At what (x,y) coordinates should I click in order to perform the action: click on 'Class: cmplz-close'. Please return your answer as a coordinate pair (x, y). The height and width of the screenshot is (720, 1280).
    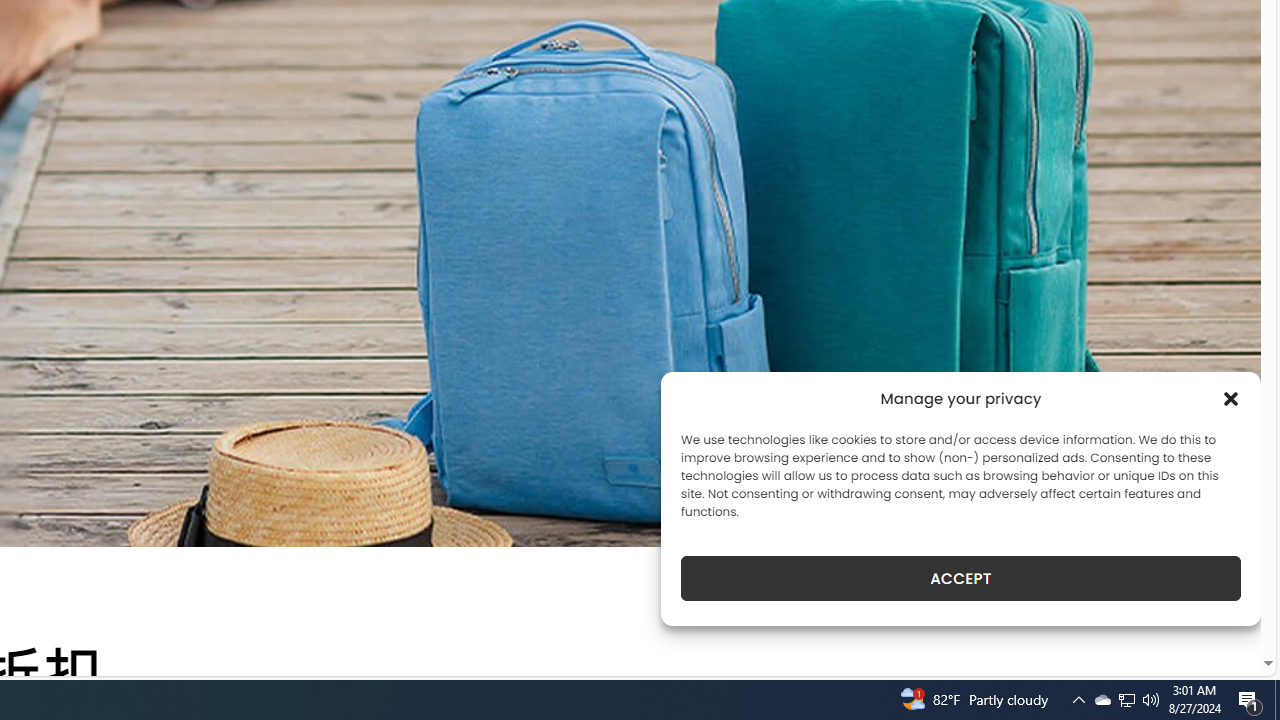
    Looking at the image, I should click on (1230, 398).